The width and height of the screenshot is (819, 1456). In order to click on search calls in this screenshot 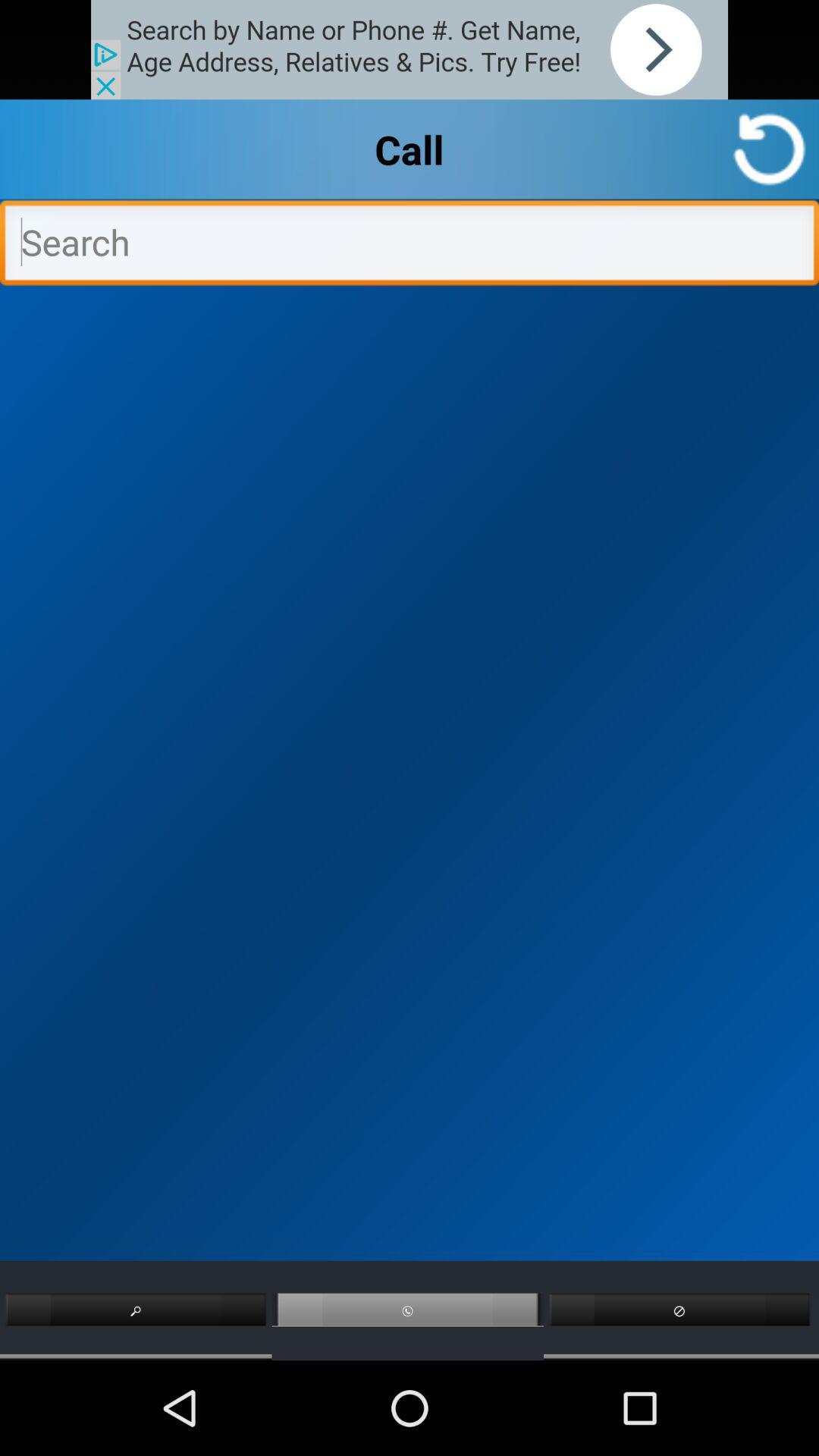, I will do `click(409, 246)`.